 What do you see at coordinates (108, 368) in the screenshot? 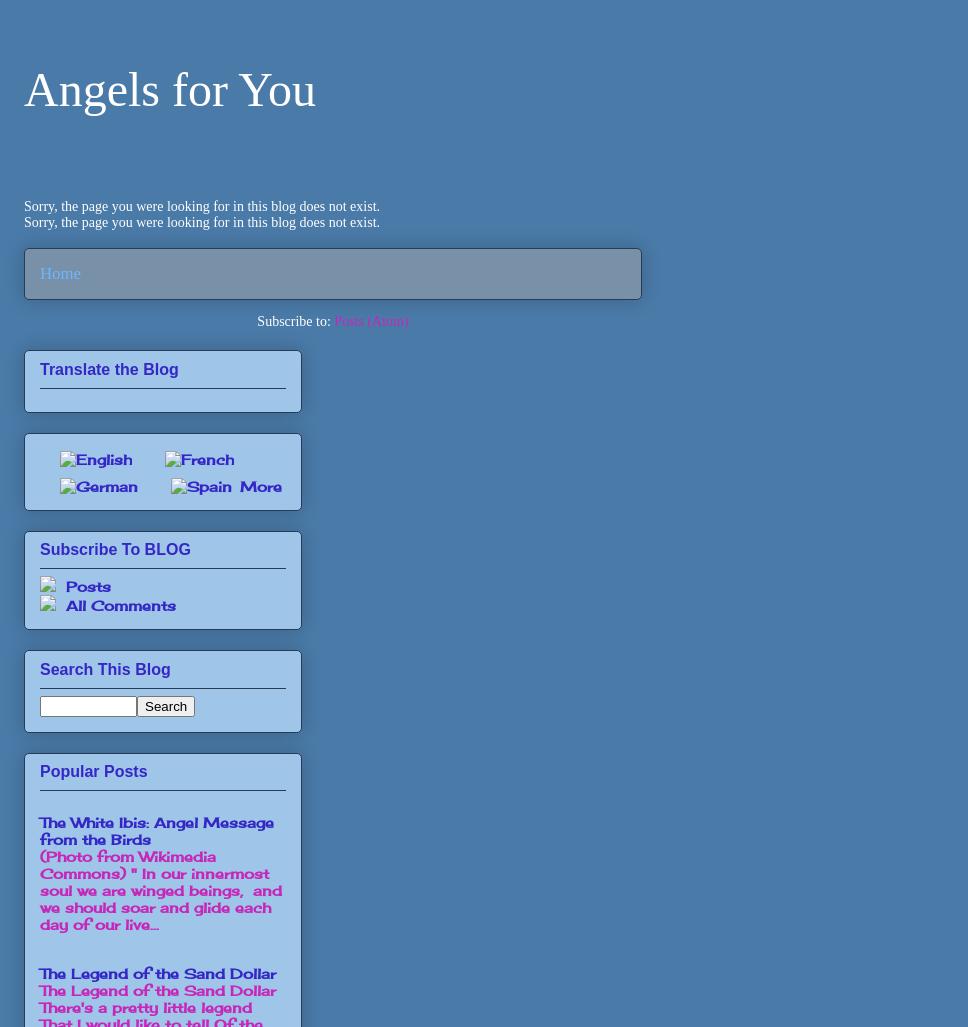
I see `'Translate the Blog'` at bounding box center [108, 368].